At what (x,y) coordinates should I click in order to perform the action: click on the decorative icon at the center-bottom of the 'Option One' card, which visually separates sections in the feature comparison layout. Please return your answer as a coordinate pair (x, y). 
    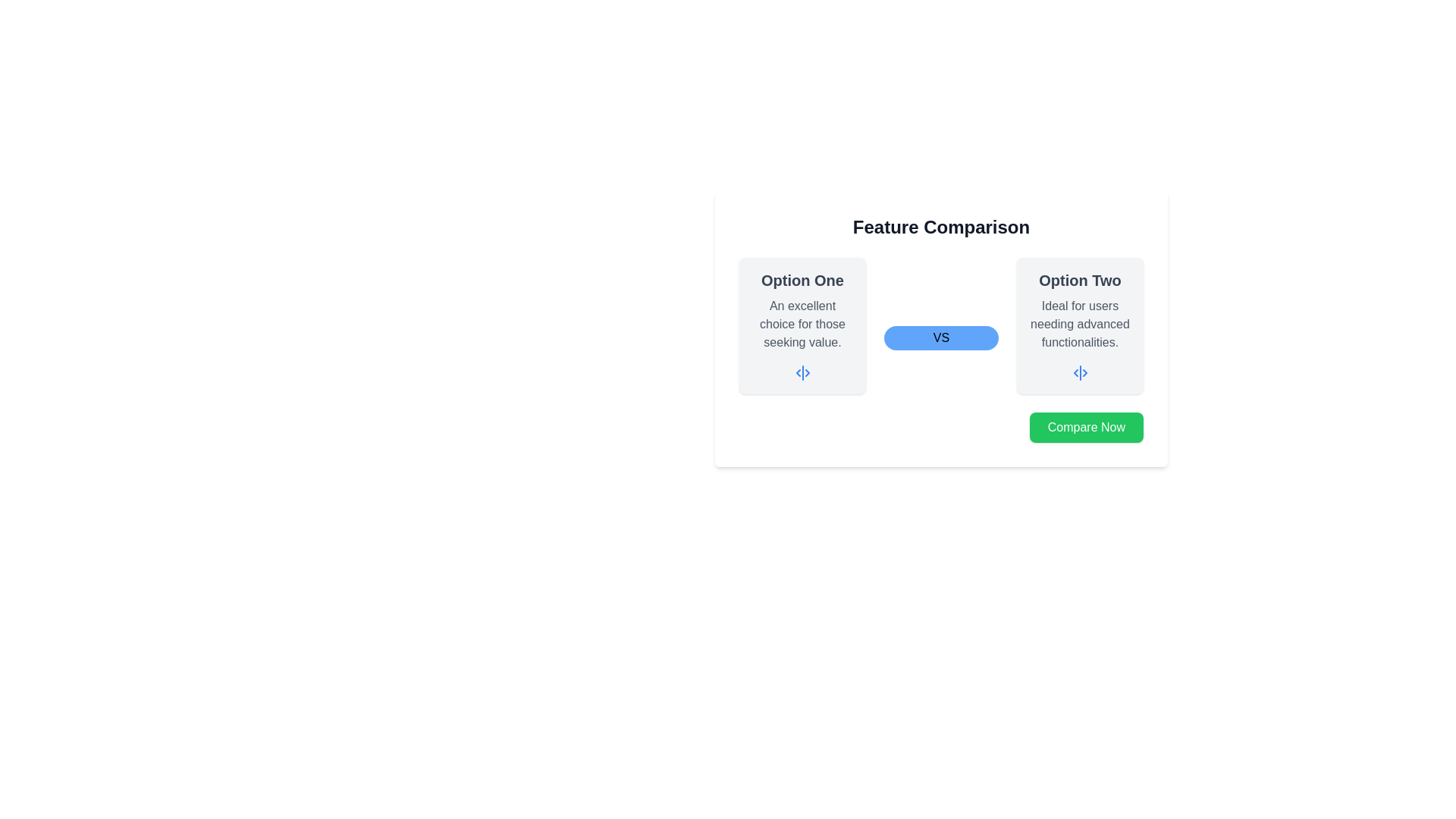
    Looking at the image, I should click on (802, 373).